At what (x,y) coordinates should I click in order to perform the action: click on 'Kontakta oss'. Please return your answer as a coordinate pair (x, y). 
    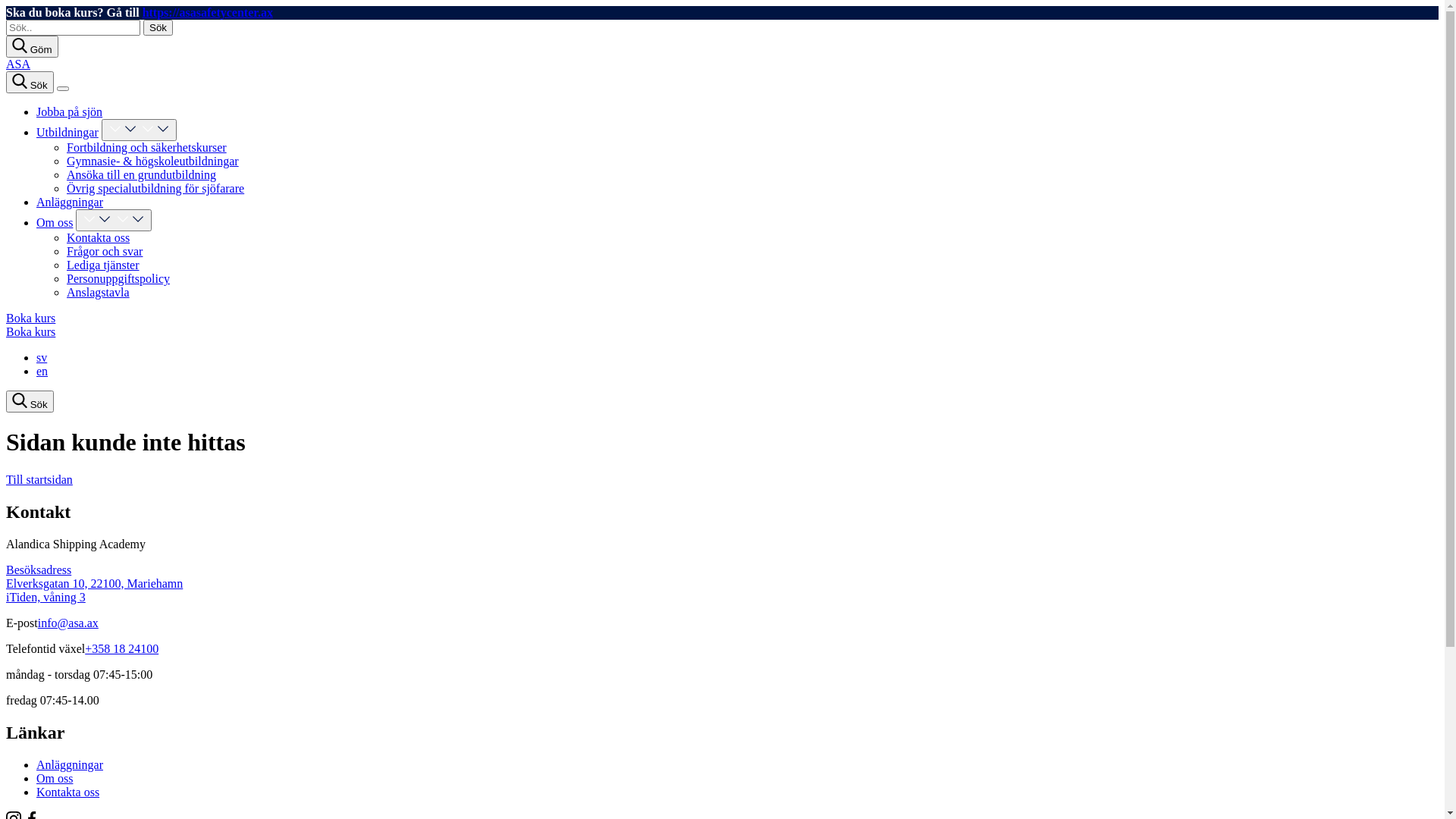
    Looking at the image, I should click on (67, 791).